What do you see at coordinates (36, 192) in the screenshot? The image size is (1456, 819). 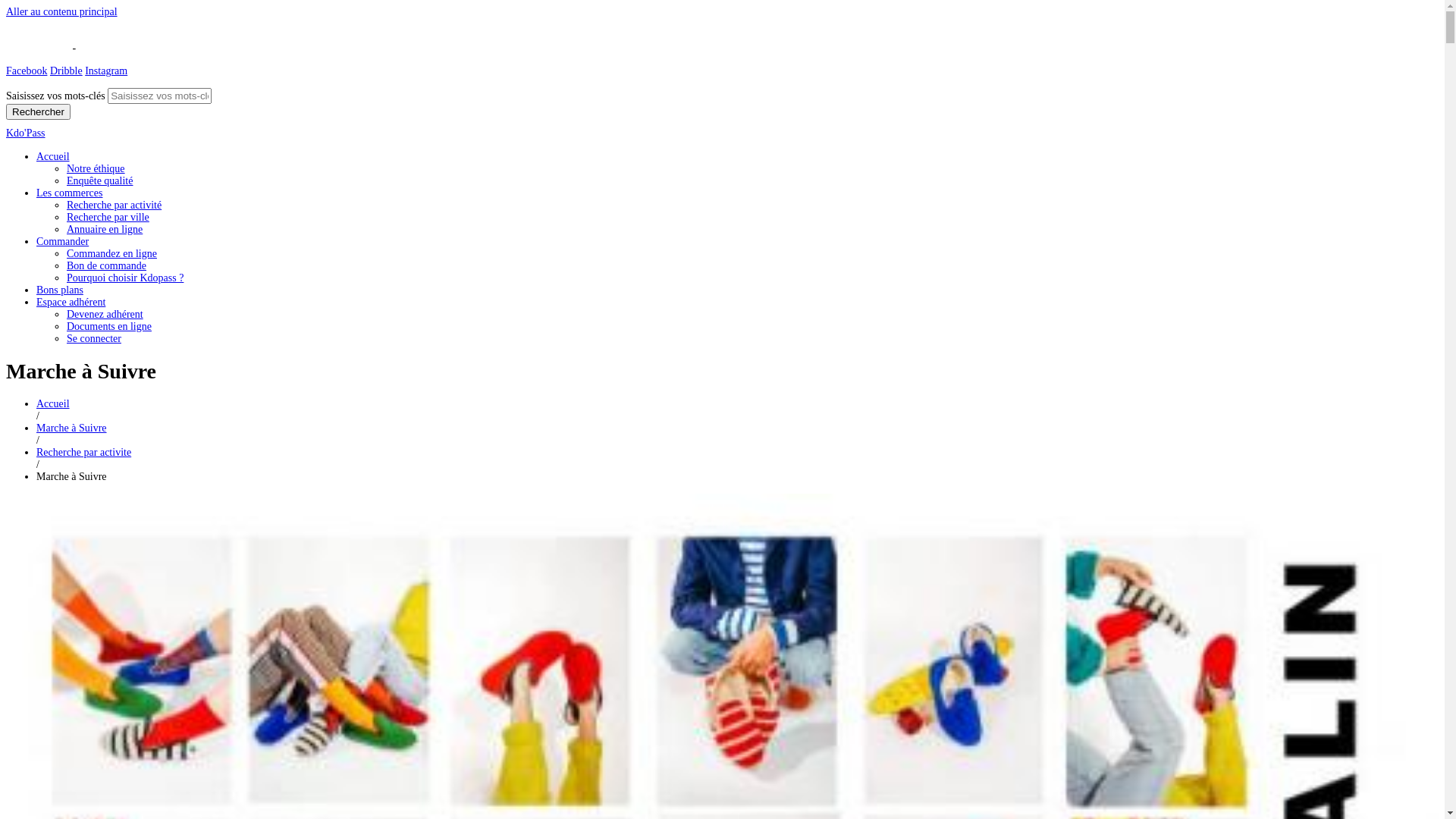 I see `'Les commerces'` at bounding box center [36, 192].